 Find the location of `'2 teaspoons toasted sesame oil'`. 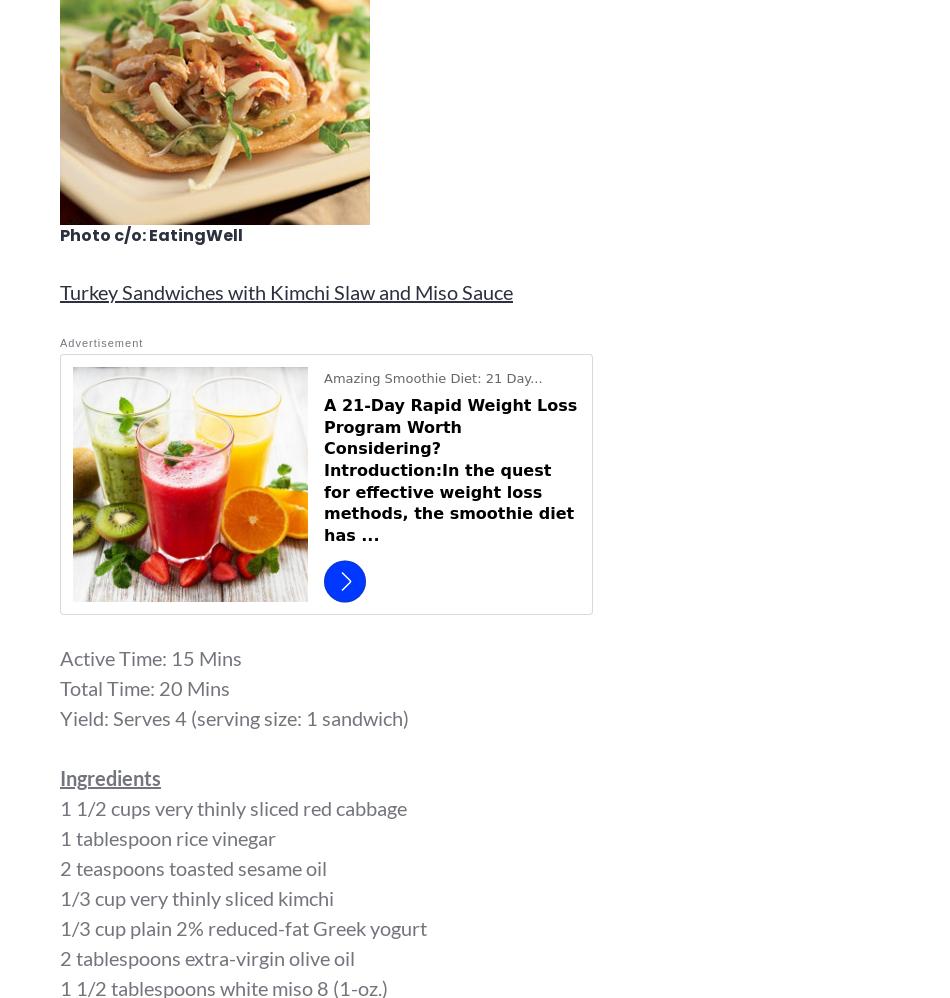

'2 teaspoons toasted sesame oil' is located at coordinates (193, 866).